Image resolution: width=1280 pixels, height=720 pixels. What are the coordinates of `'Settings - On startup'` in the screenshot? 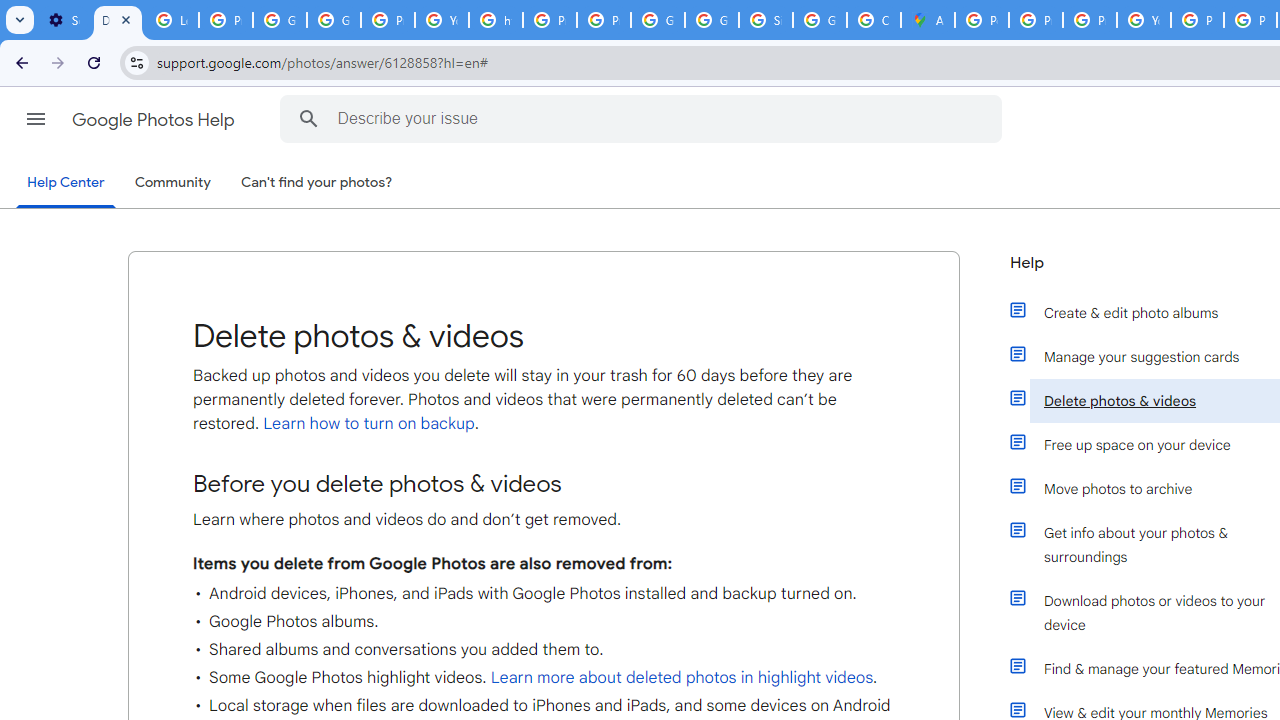 It's located at (64, 20).